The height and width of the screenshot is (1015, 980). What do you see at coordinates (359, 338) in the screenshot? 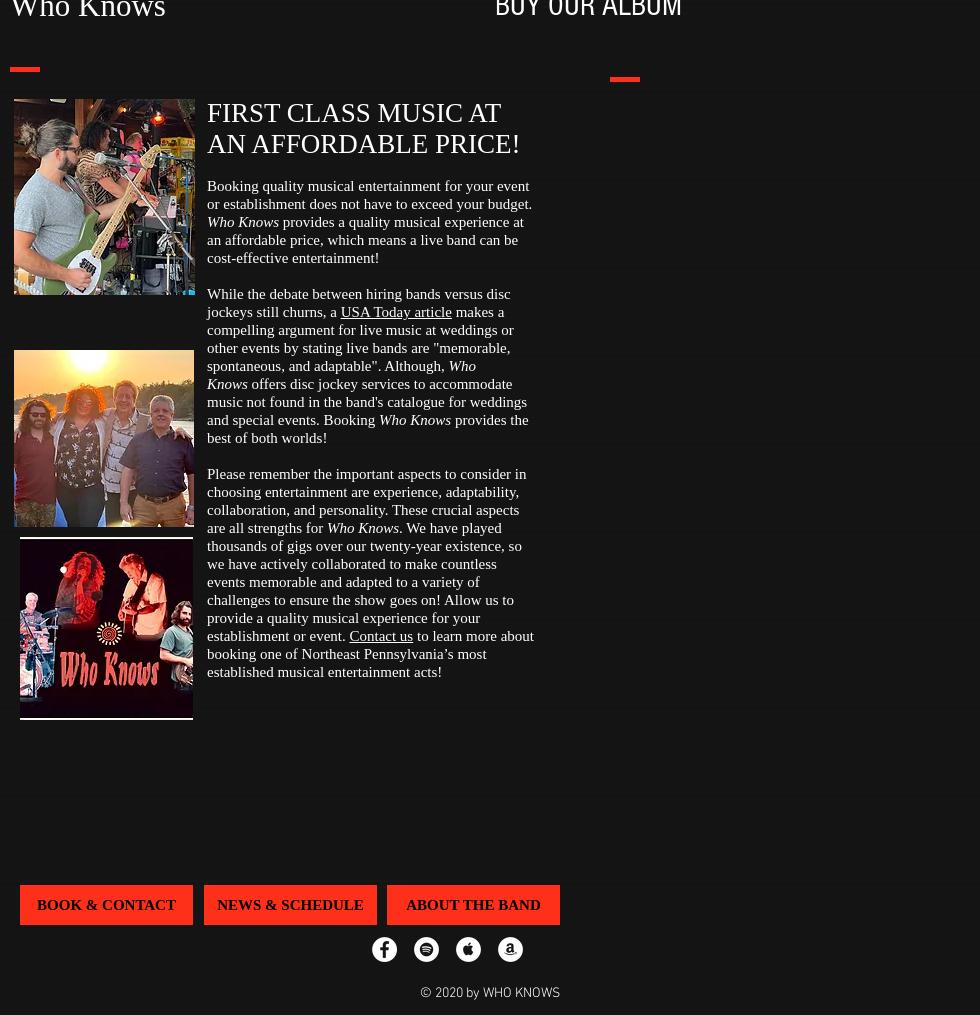
I see `'makes a compelling argument for live music at weddings or other events by stating live bands are "memorable, spontaneous, and adaptable". Although,'` at bounding box center [359, 338].